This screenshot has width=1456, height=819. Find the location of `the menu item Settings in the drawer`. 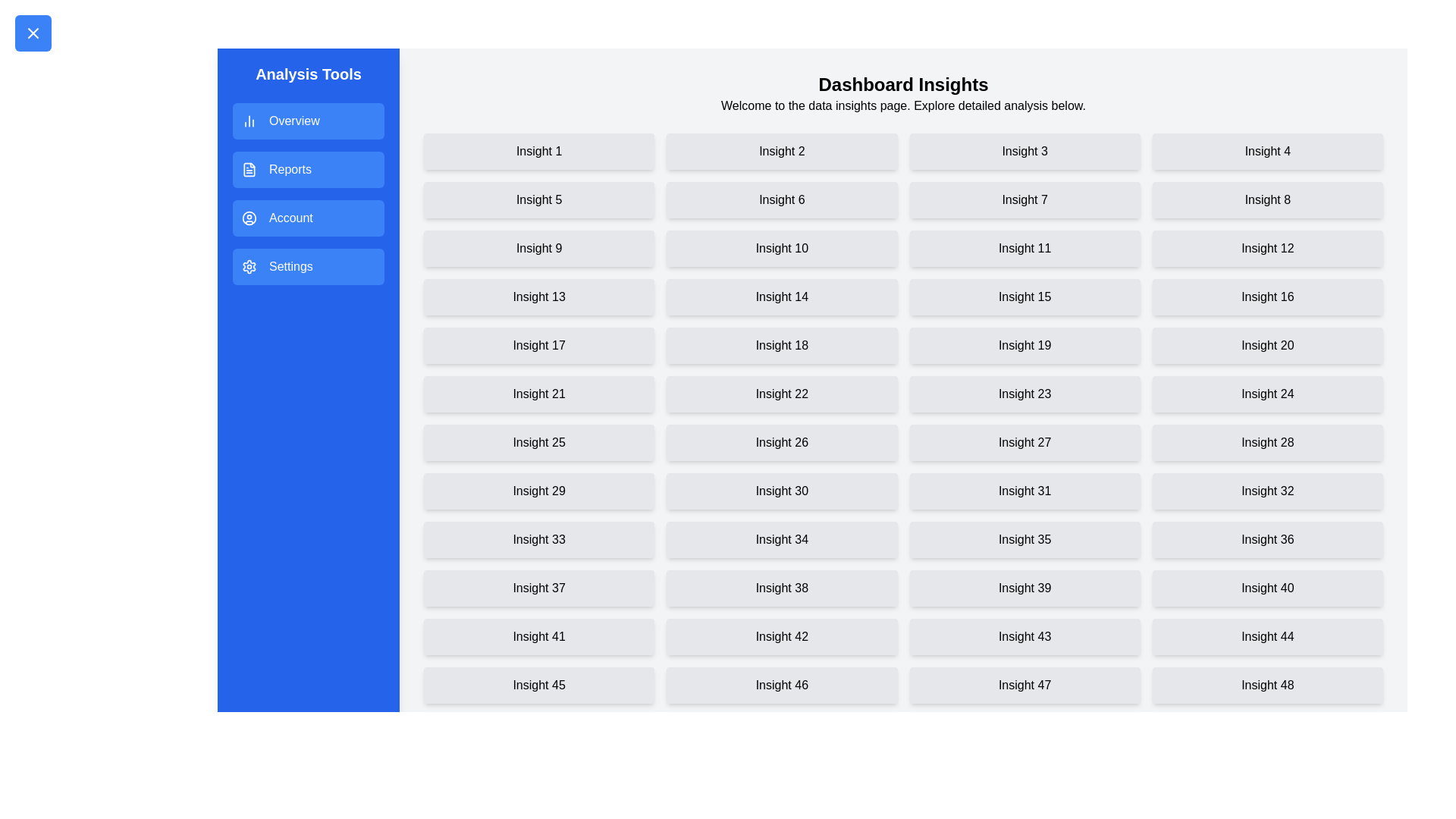

the menu item Settings in the drawer is located at coordinates (308, 265).